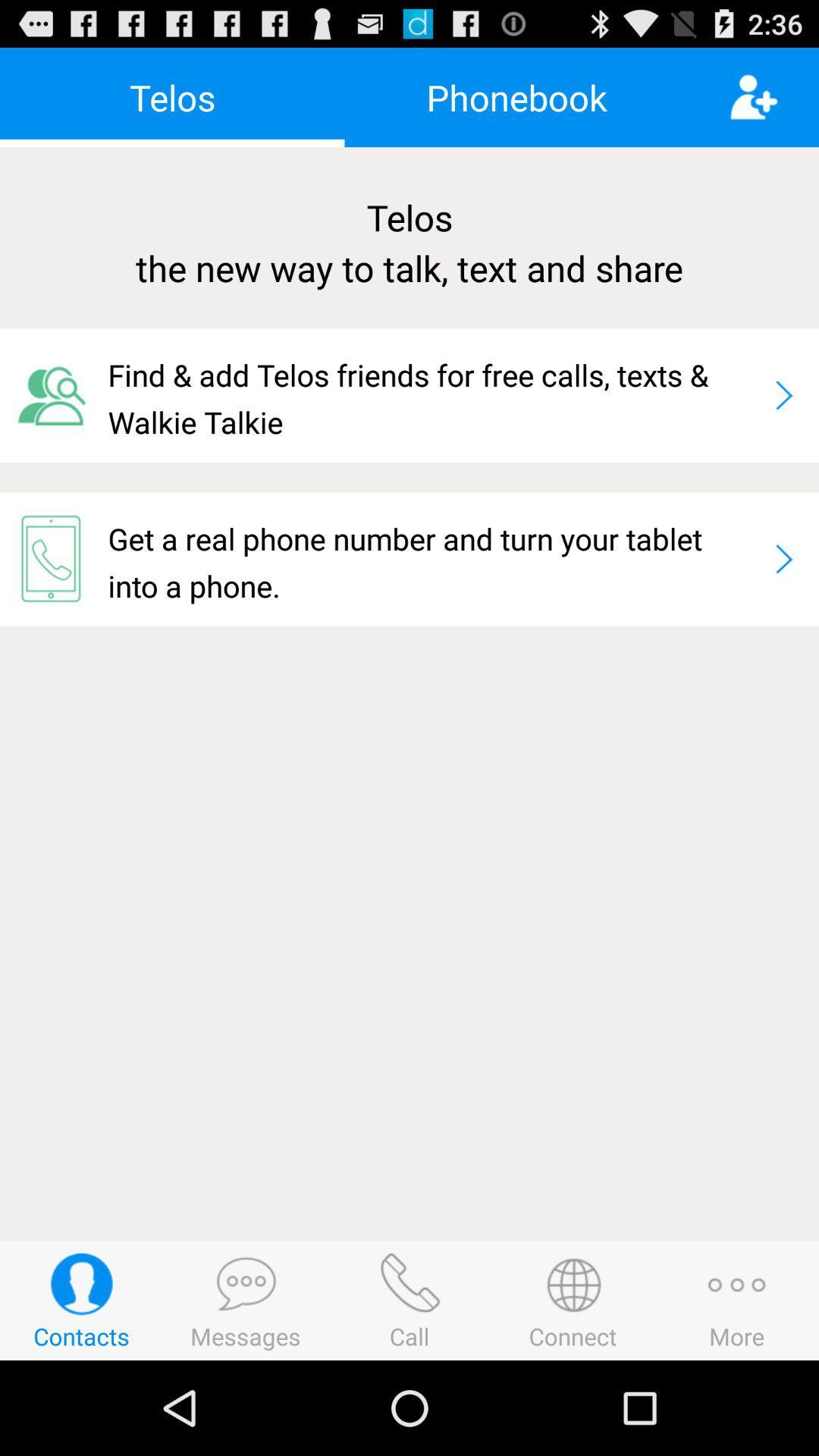 The height and width of the screenshot is (1456, 819). I want to click on icon at the center, so click(433, 558).